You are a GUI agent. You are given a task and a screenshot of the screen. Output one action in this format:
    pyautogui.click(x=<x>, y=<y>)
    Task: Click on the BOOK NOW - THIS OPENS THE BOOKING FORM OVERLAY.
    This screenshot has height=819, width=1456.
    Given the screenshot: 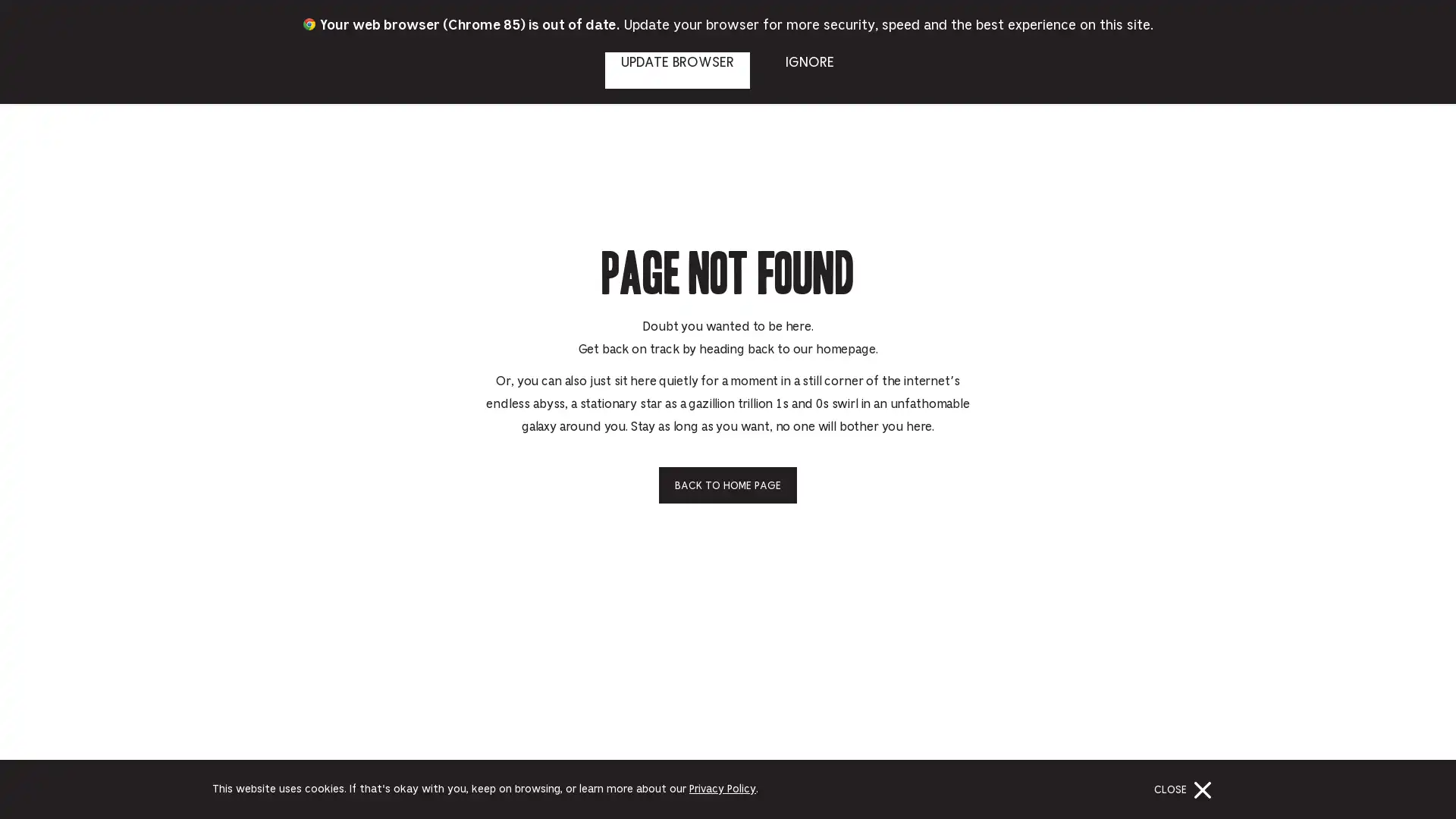 What is the action you would take?
    pyautogui.click(x=1386, y=26)
    